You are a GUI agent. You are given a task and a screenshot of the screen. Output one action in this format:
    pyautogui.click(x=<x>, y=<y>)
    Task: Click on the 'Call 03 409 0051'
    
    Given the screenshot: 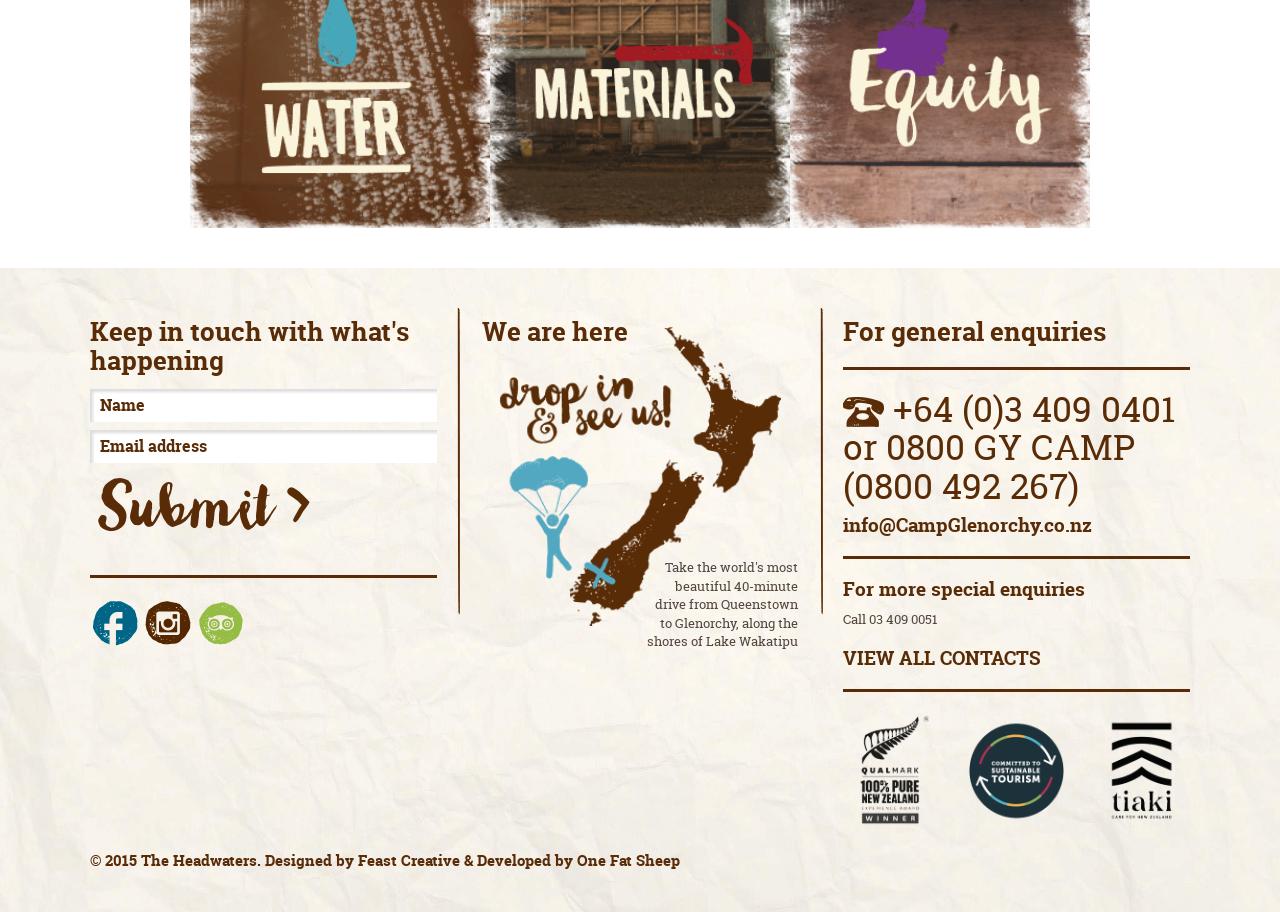 What is the action you would take?
    pyautogui.click(x=843, y=617)
    